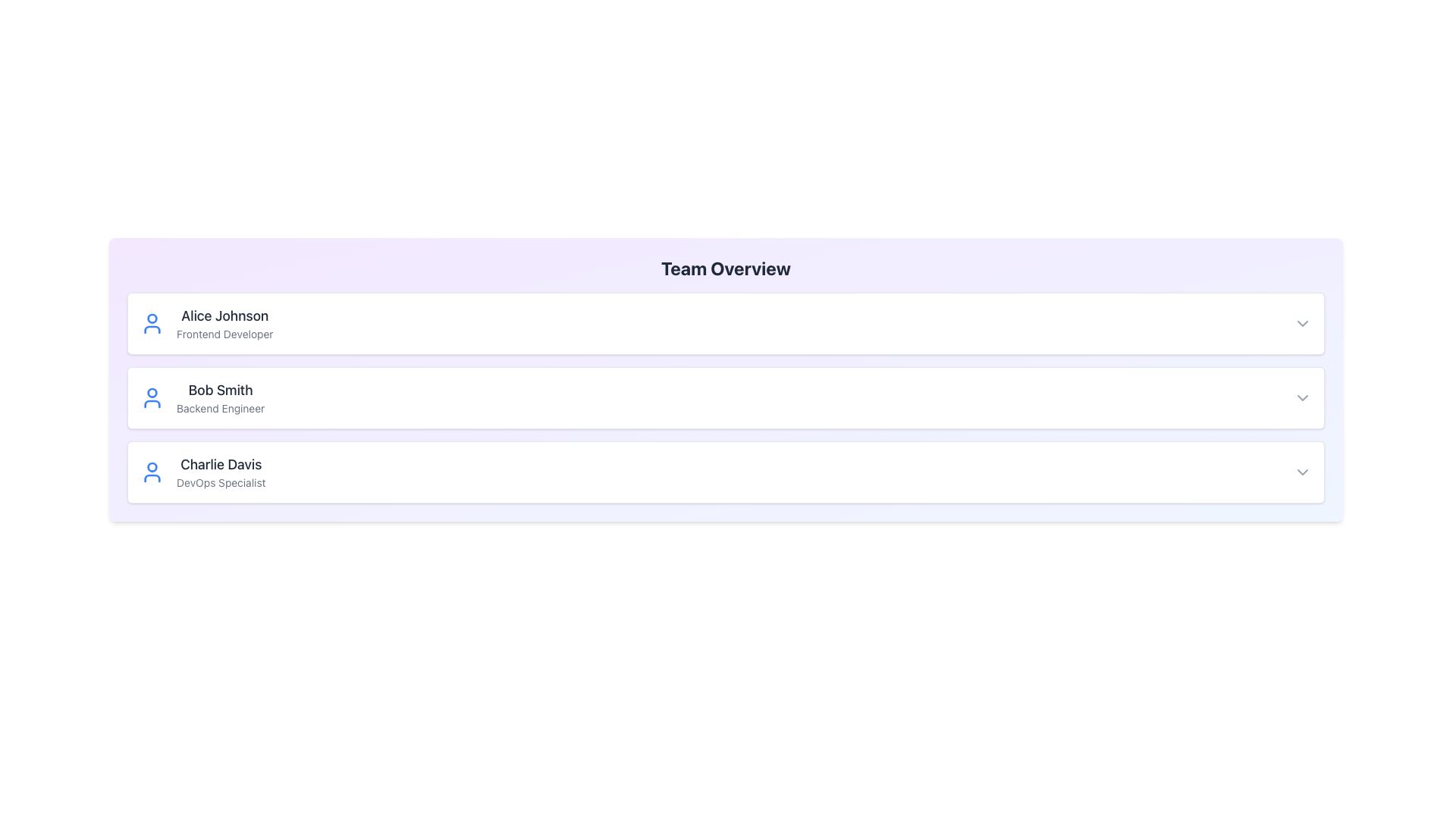 Image resolution: width=1456 pixels, height=819 pixels. Describe the element at coordinates (152, 397) in the screenshot. I see `the user icon associated with 'Bob Smith Backend Engineer' located in the second row of the 'Team Overview' list` at that location.